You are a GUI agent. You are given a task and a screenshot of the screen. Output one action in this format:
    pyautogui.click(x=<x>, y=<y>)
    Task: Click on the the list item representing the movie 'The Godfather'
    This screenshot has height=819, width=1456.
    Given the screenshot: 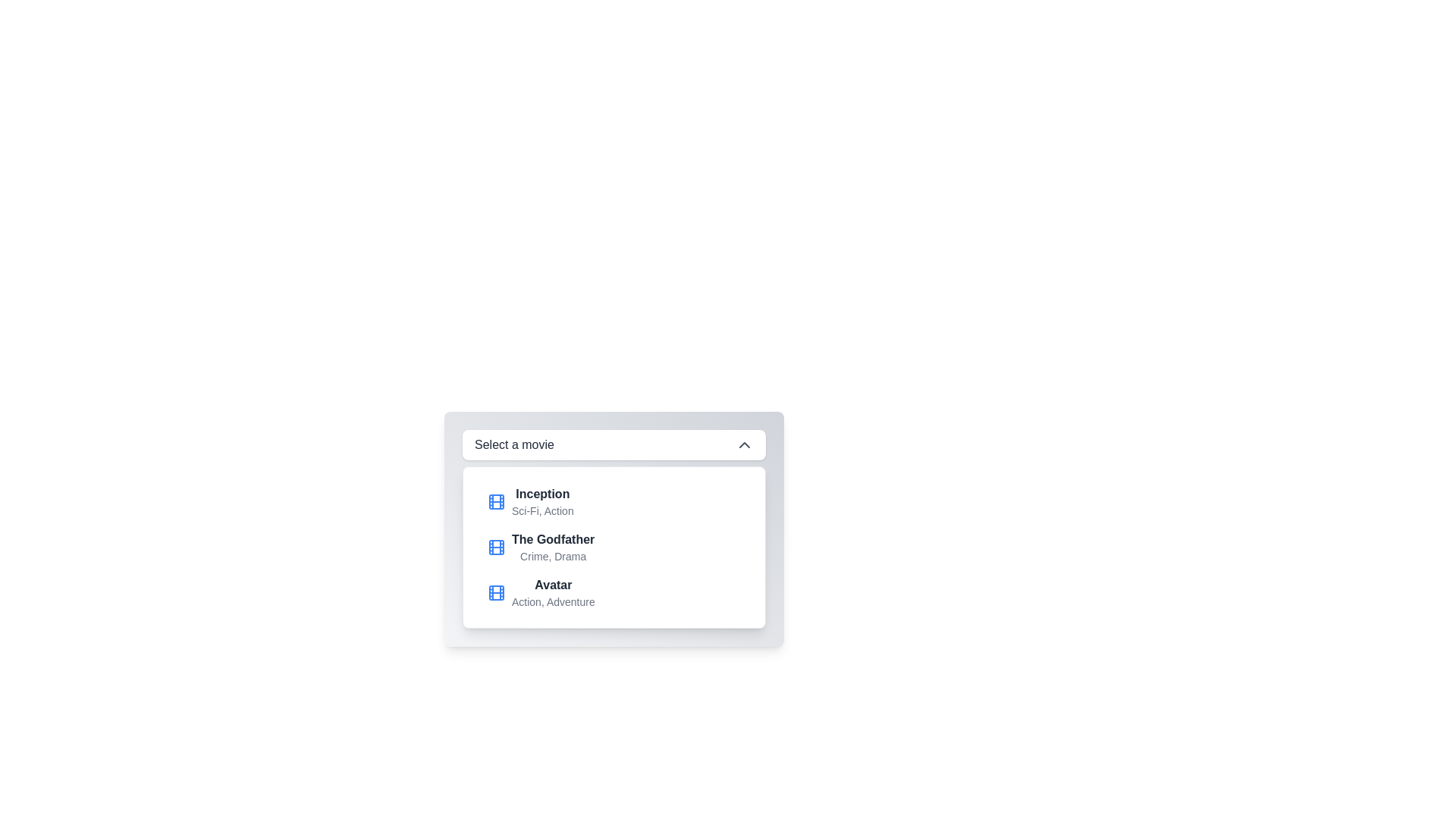 What is the action you would take?
    pyautogui.click(x=614, y=547)
    